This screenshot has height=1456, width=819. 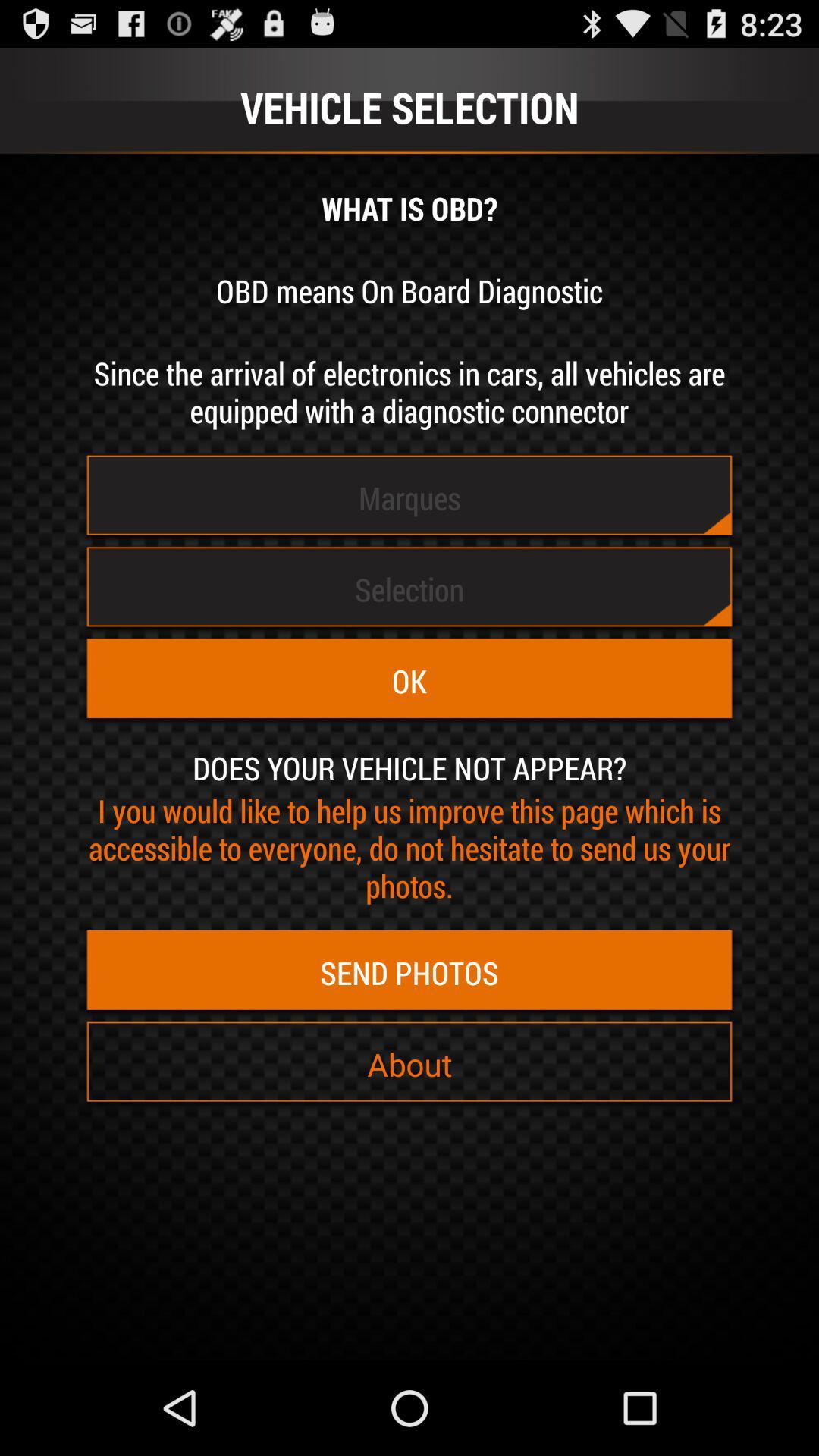 I want to click on the item below since the arrival, so click(x=409, y=497).